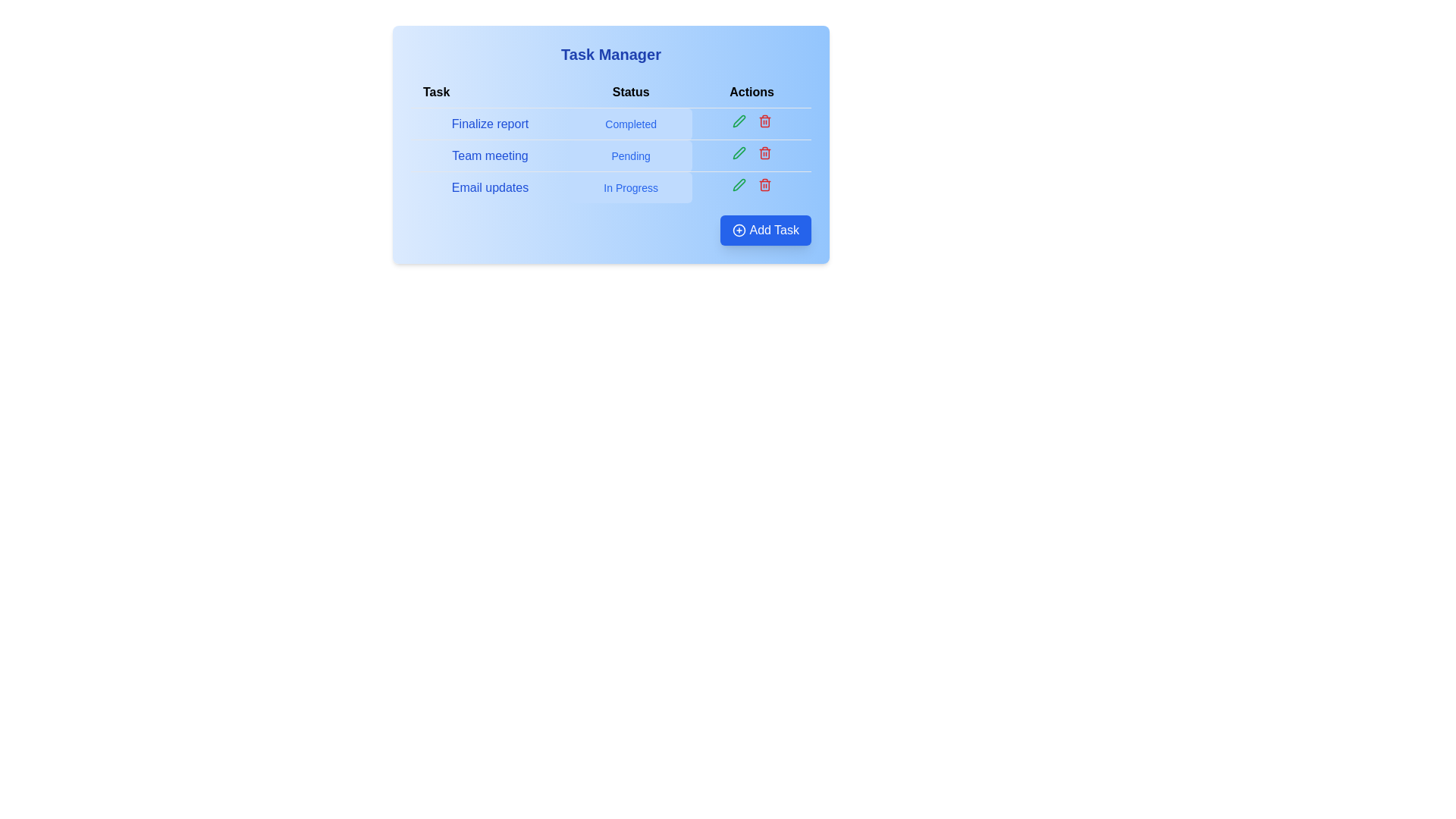 The width and height of the screenshot is (1456, 819). Describe the element at coordinates (739, 184) in the screenshot. I see `the edit button for the task titled 'Email updates'` at that location.